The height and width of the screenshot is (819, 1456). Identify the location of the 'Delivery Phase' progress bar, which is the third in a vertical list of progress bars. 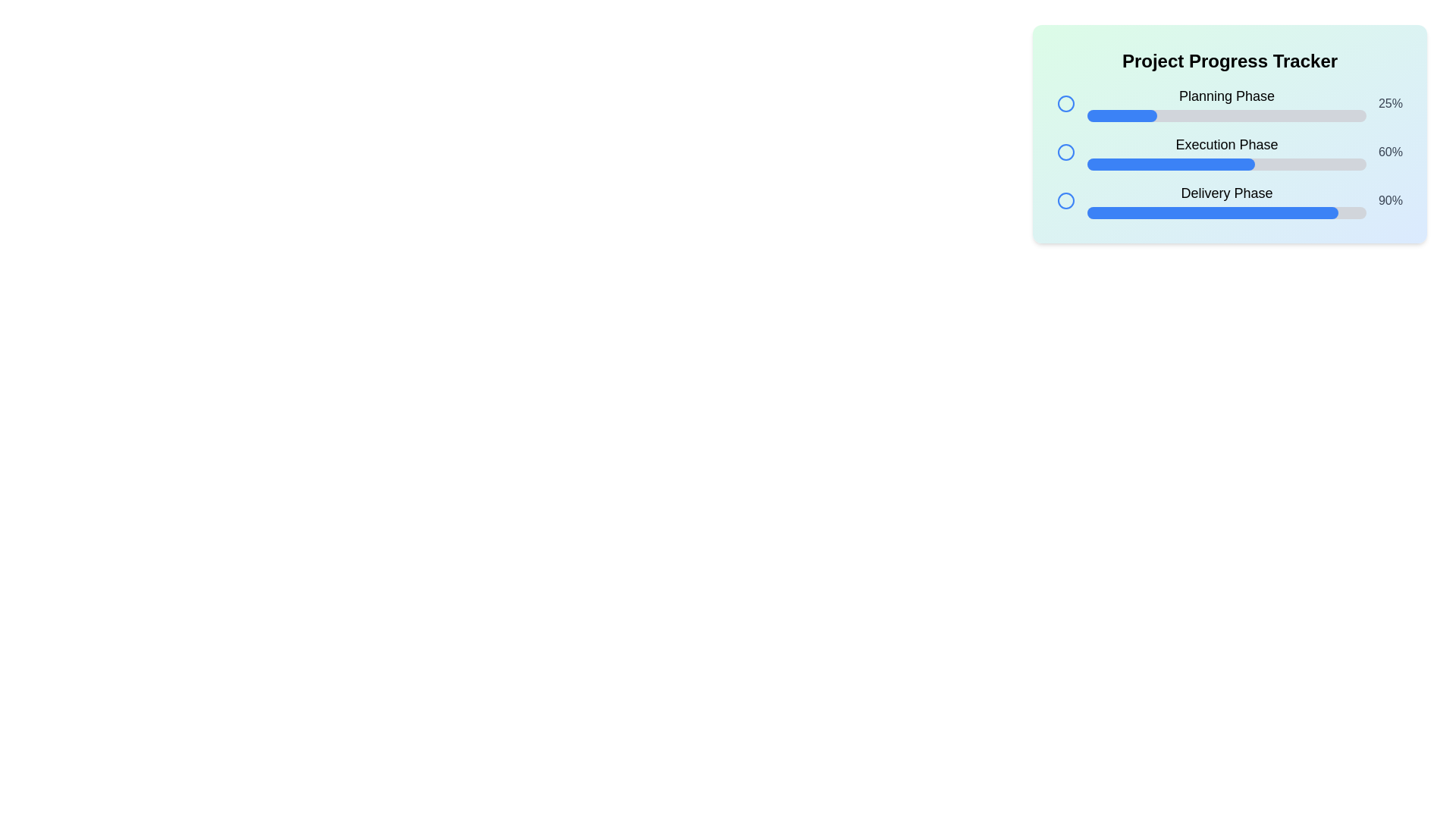
(1226, 200).